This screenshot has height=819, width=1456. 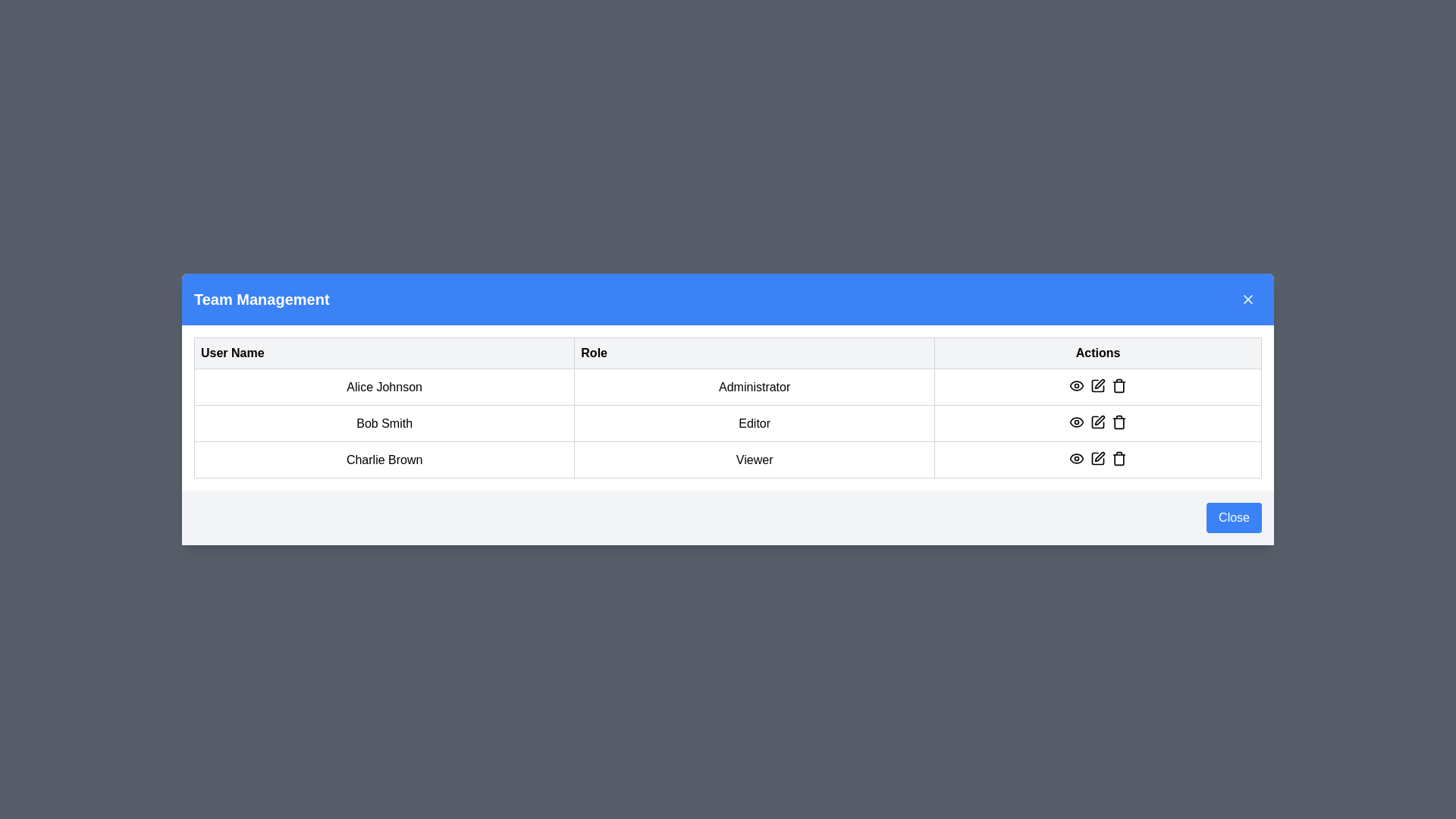 I want to click on the eye-shaped icon in the 'Actions' column of the first row for Alice Johnson, so click(x=1076, y=385).